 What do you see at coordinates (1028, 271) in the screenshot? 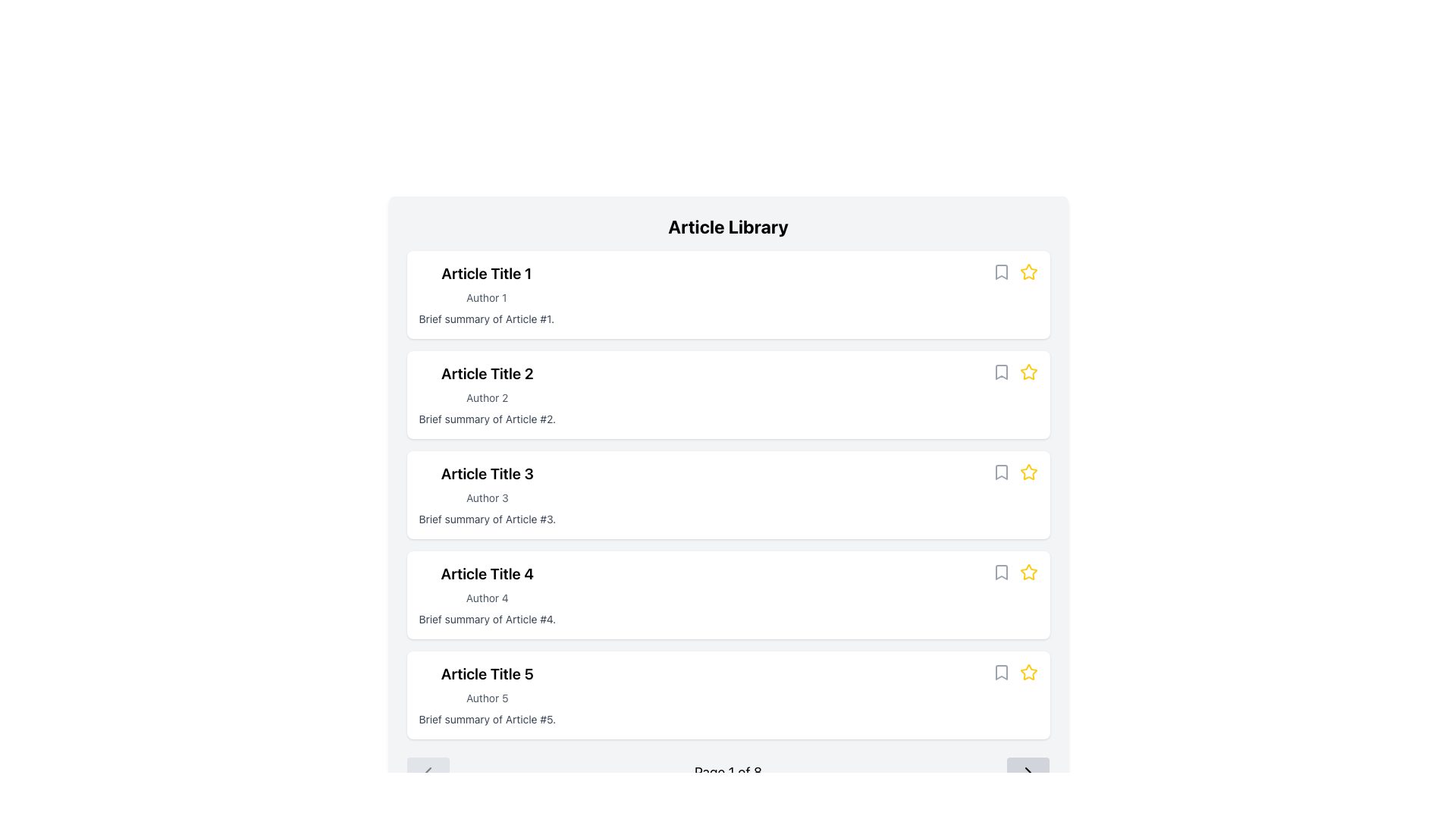
I see `the Star icon for rating located in the first row of the article list` at bounding box center [1028, 271].